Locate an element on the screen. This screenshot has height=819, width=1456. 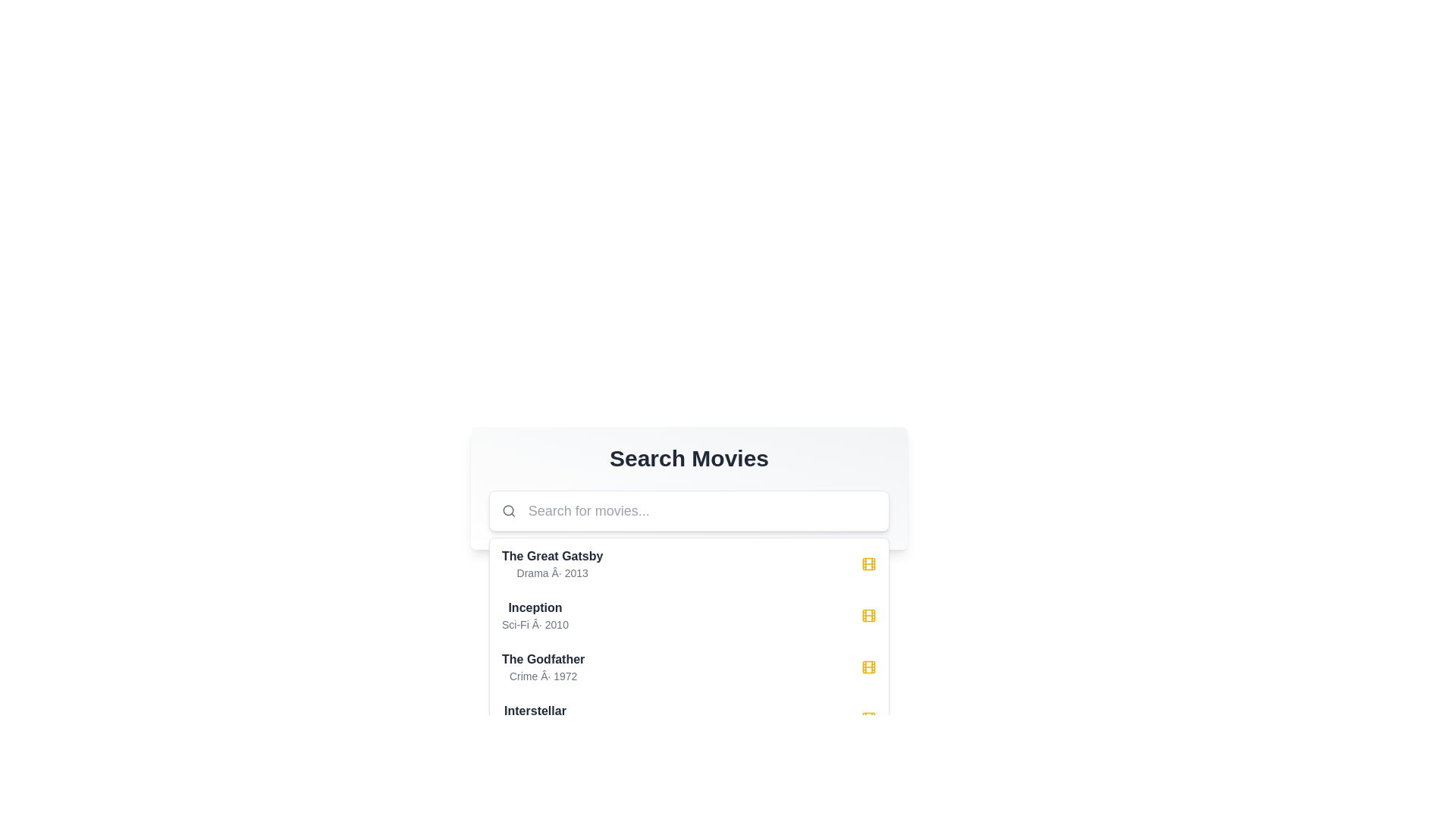
the icon representing the movie 'Inception' located at the far-right end of the movie listing row is located at coordinates (869, 616).